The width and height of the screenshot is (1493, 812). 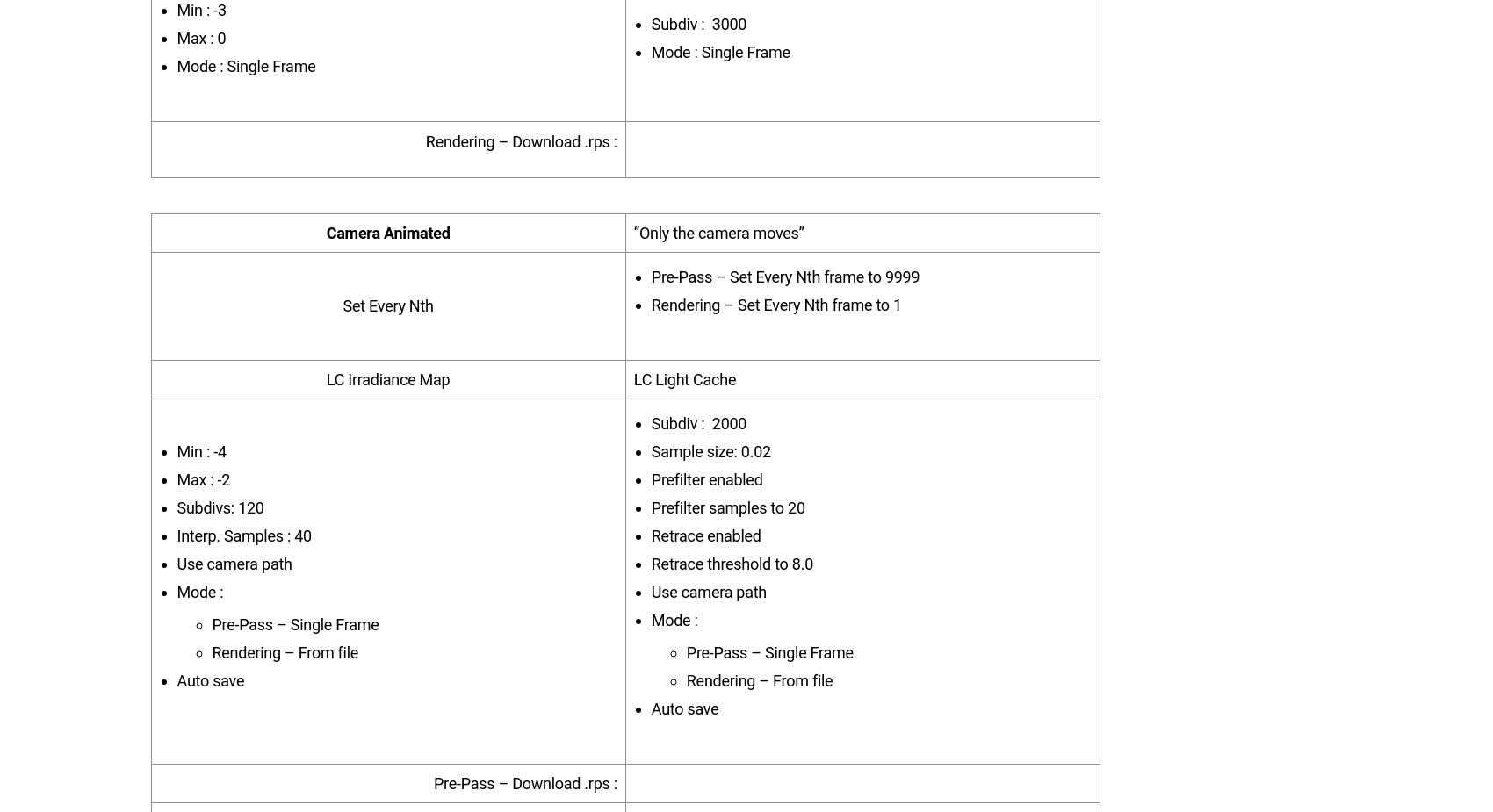 I want to click on 'Element_SelfIllumination', so click(x=307, y=121).